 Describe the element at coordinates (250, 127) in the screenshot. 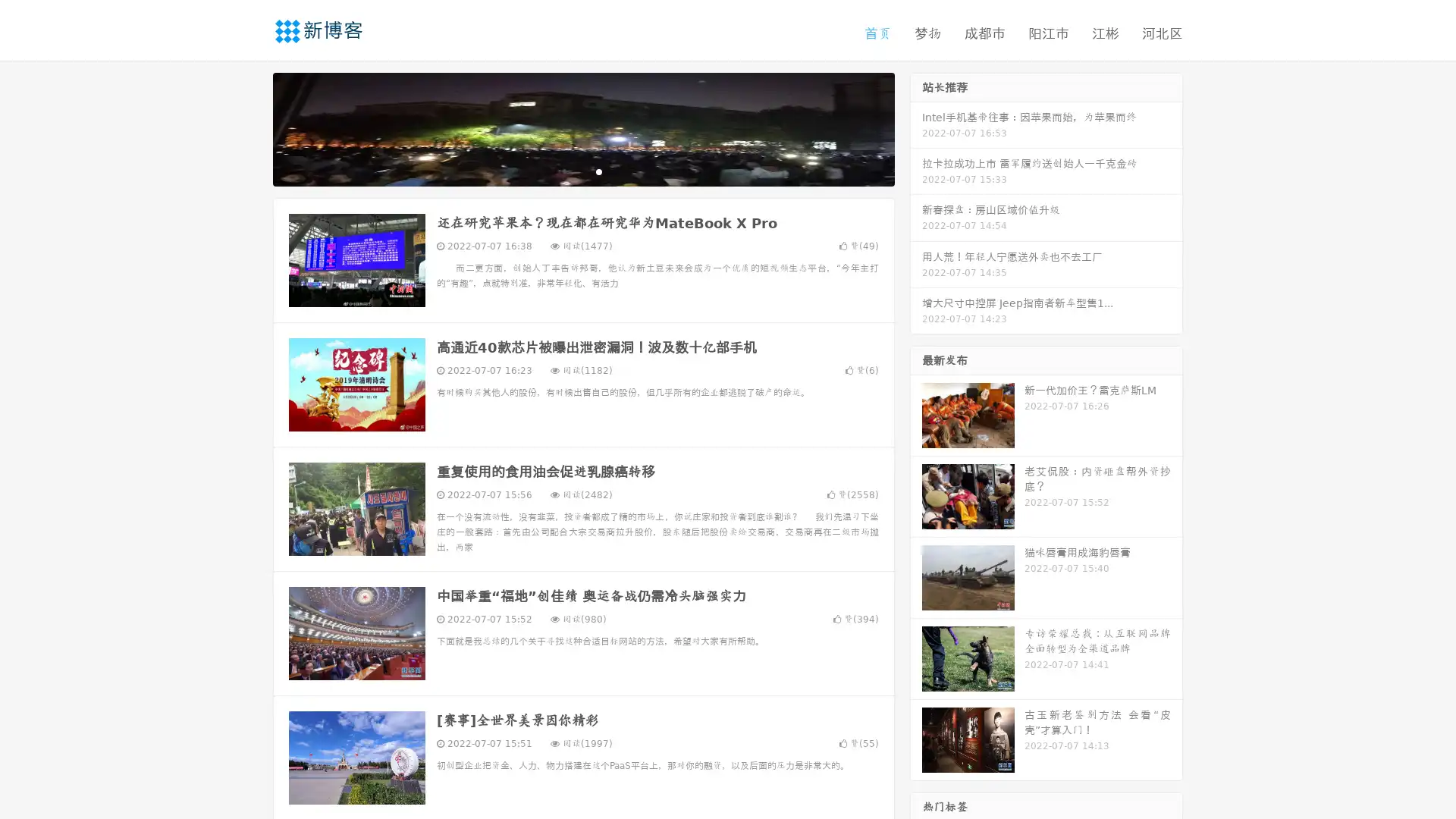

I see `Previous slide` at that location.